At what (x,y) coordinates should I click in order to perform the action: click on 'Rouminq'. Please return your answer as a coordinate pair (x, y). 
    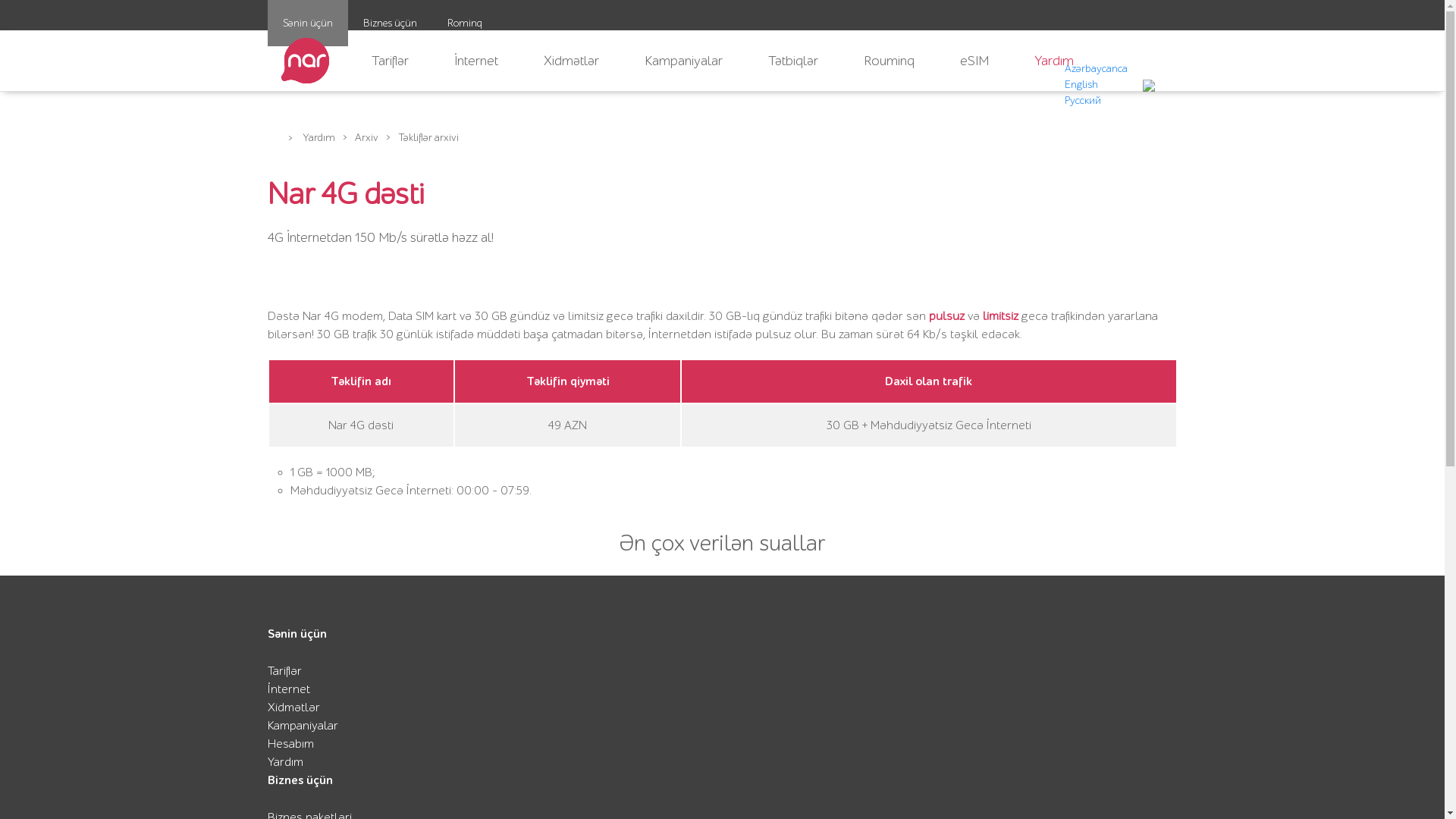
    Looking at the image, I should click on (888, 60).